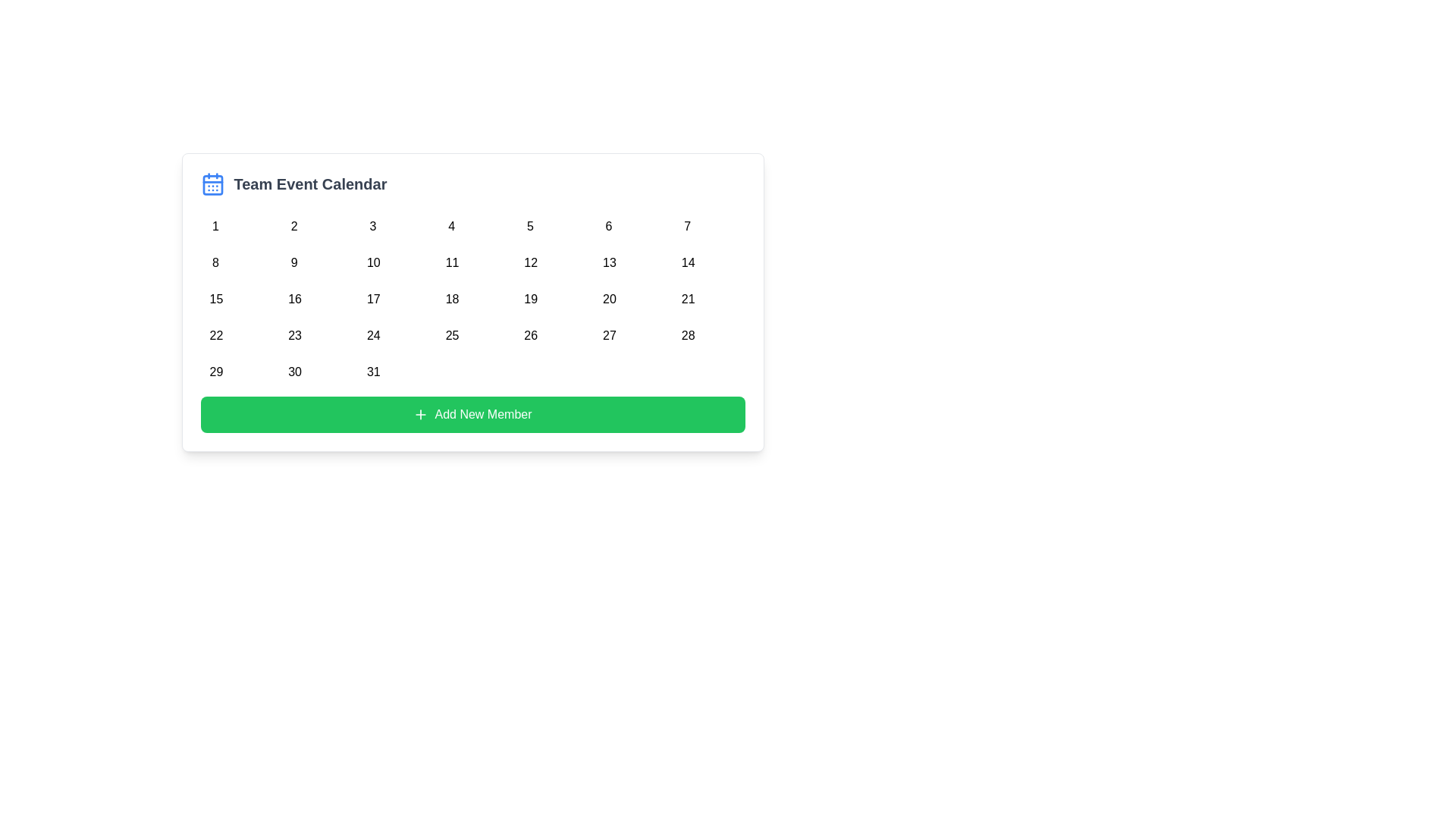  What do you see at coordinates (215, 332) in the screenshot?
I see `the button representing the 22nd day in the calendar` at bounding box center [215, 332].